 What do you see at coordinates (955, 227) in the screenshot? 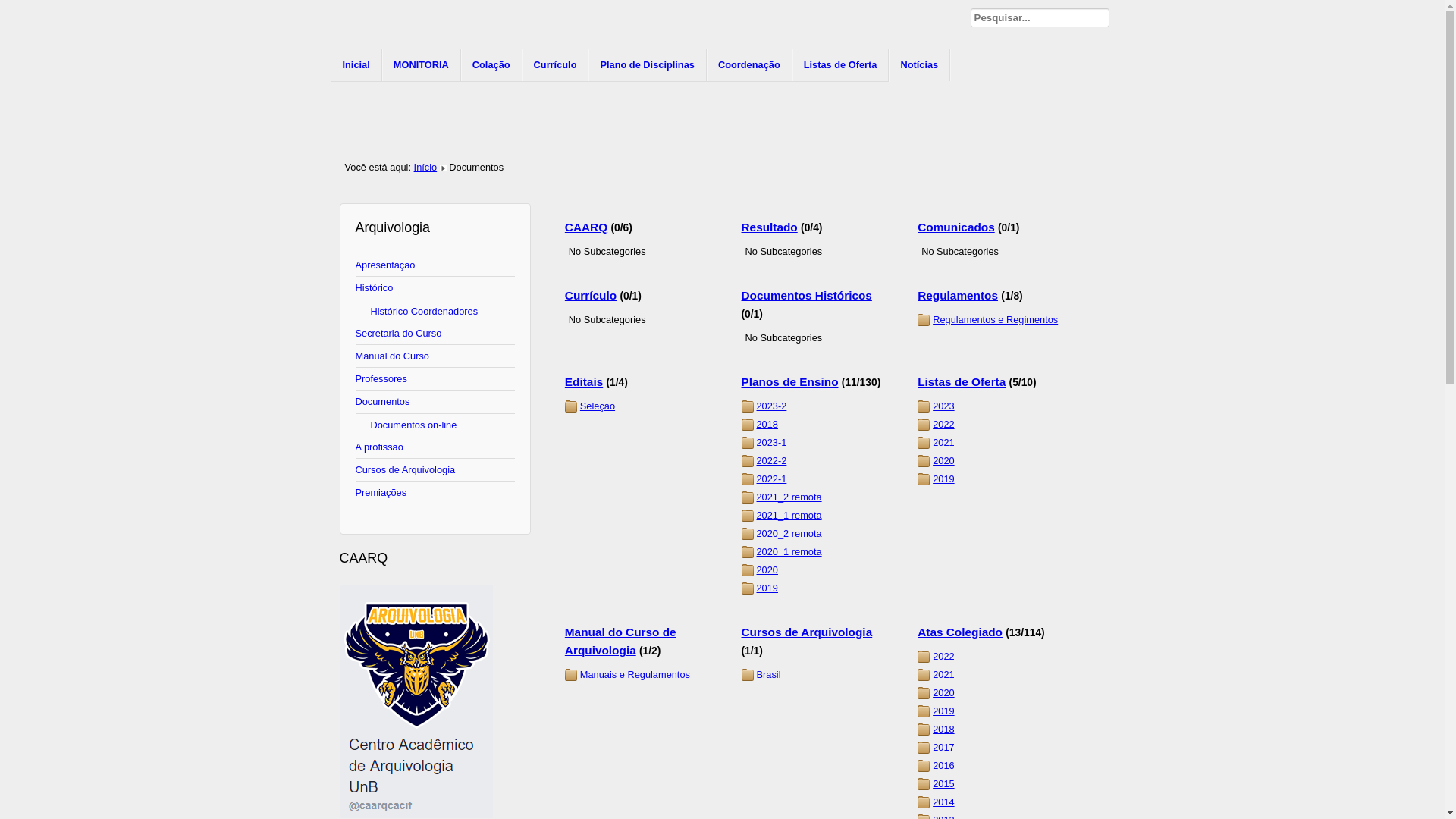
I see `'Comunicados'` at bounding box center [955, 227].